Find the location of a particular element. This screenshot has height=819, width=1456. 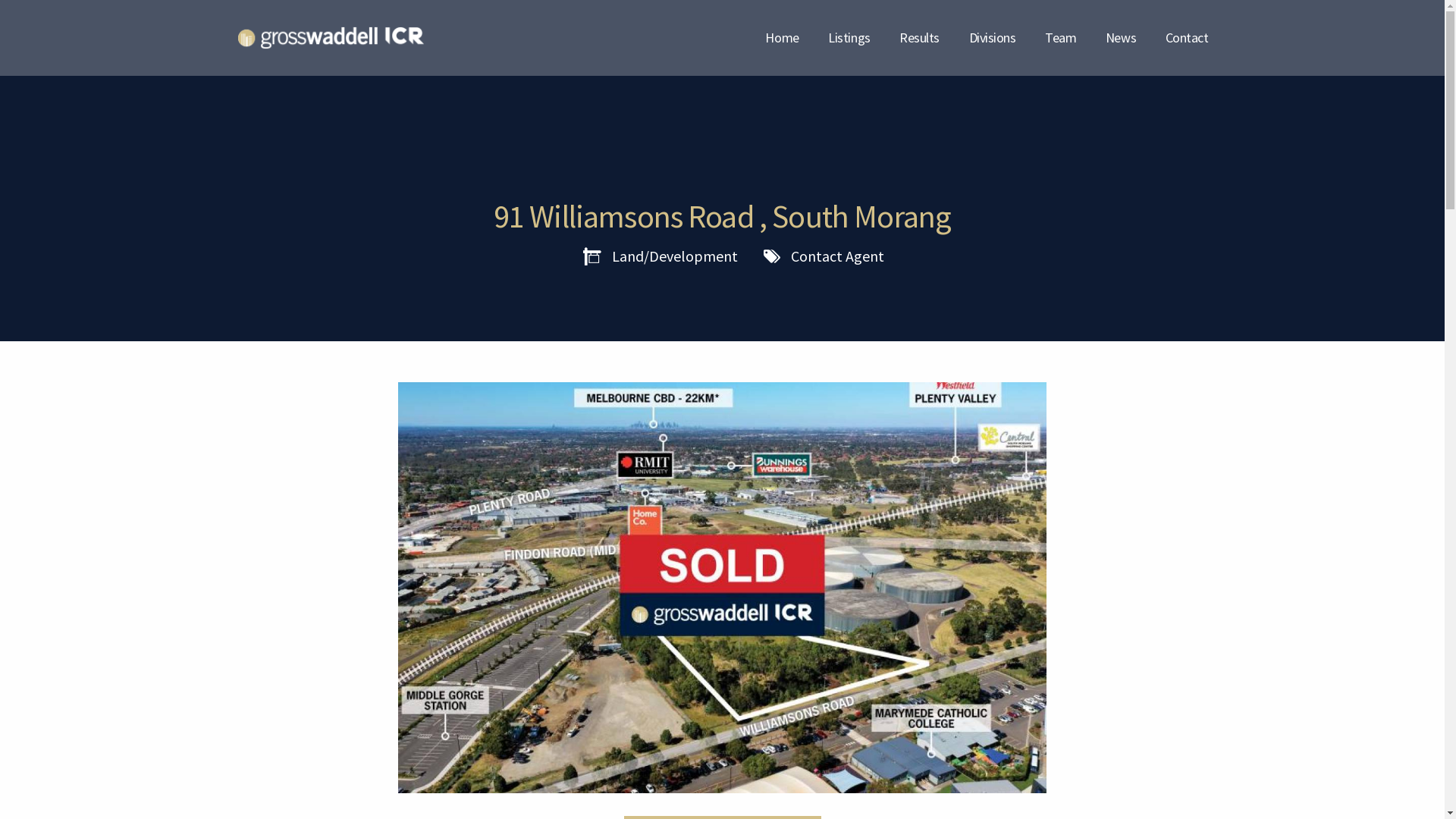

'Team' is located at coordinates (1059, 36).